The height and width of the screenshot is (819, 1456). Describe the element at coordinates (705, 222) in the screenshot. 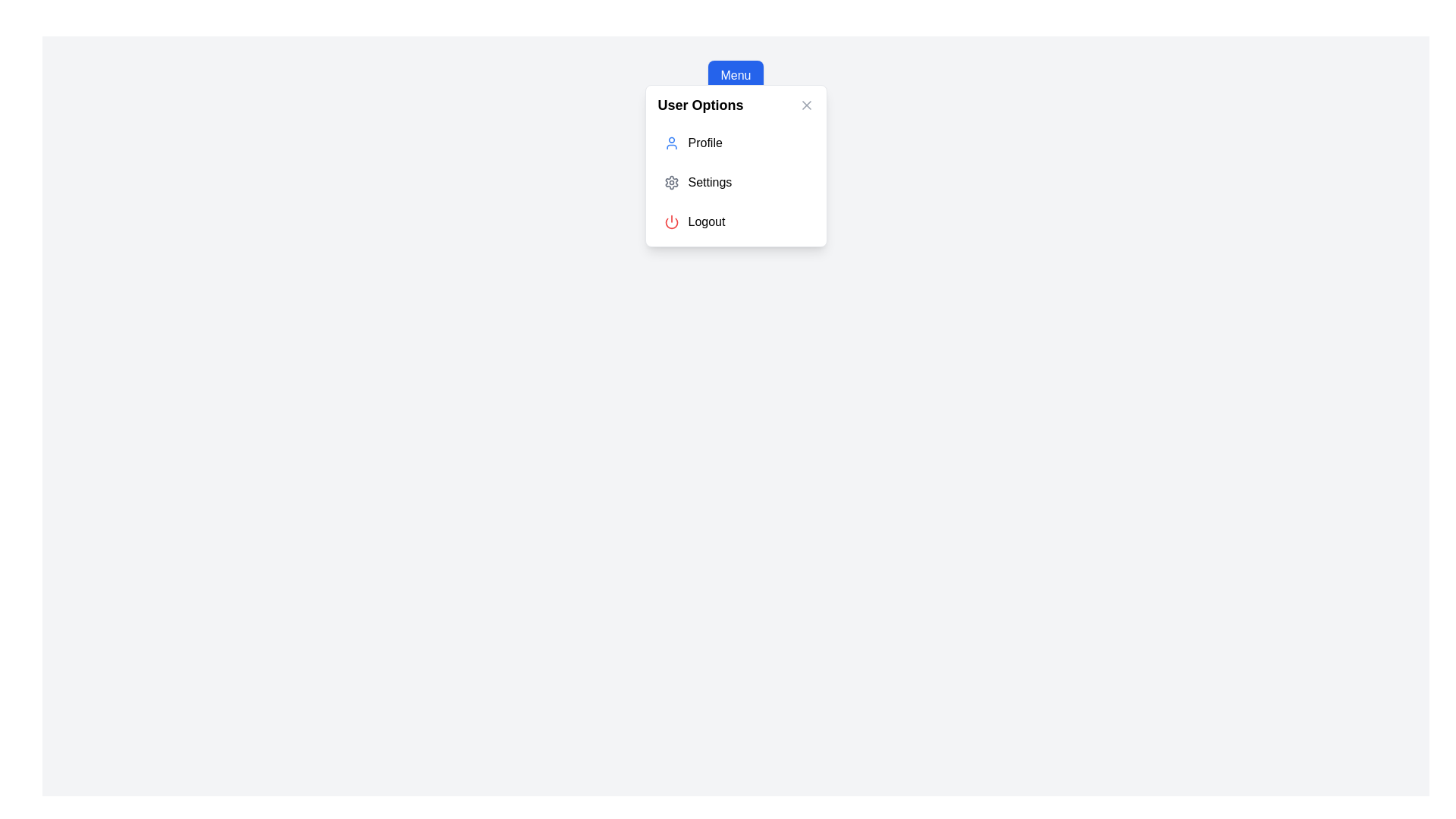

I see `the 'Logout' text label in the 'User Options' dropdown menu` at that location.